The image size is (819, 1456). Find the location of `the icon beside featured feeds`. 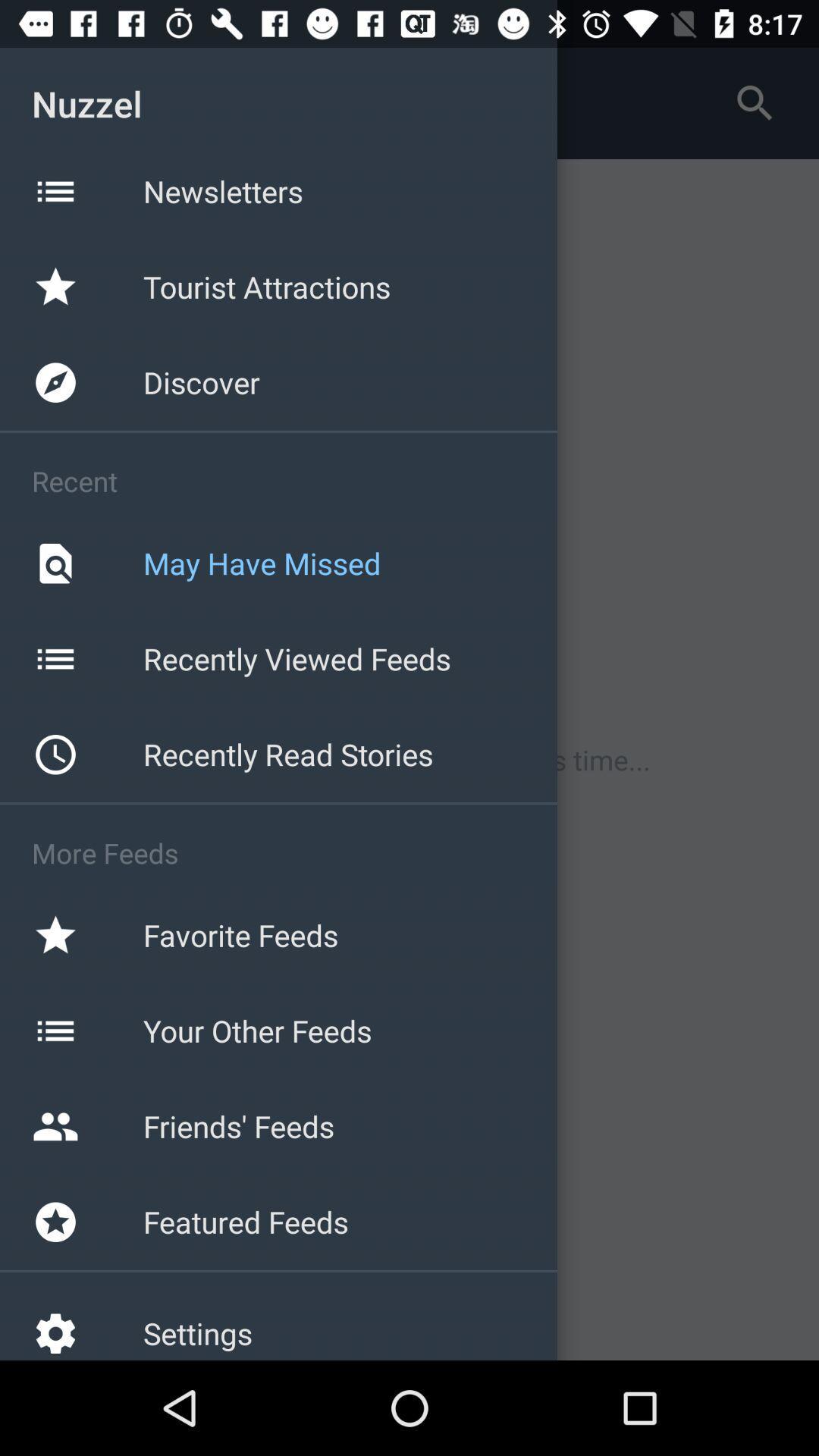

the icon beside featured feeds is located at coordinates (55, 1222).